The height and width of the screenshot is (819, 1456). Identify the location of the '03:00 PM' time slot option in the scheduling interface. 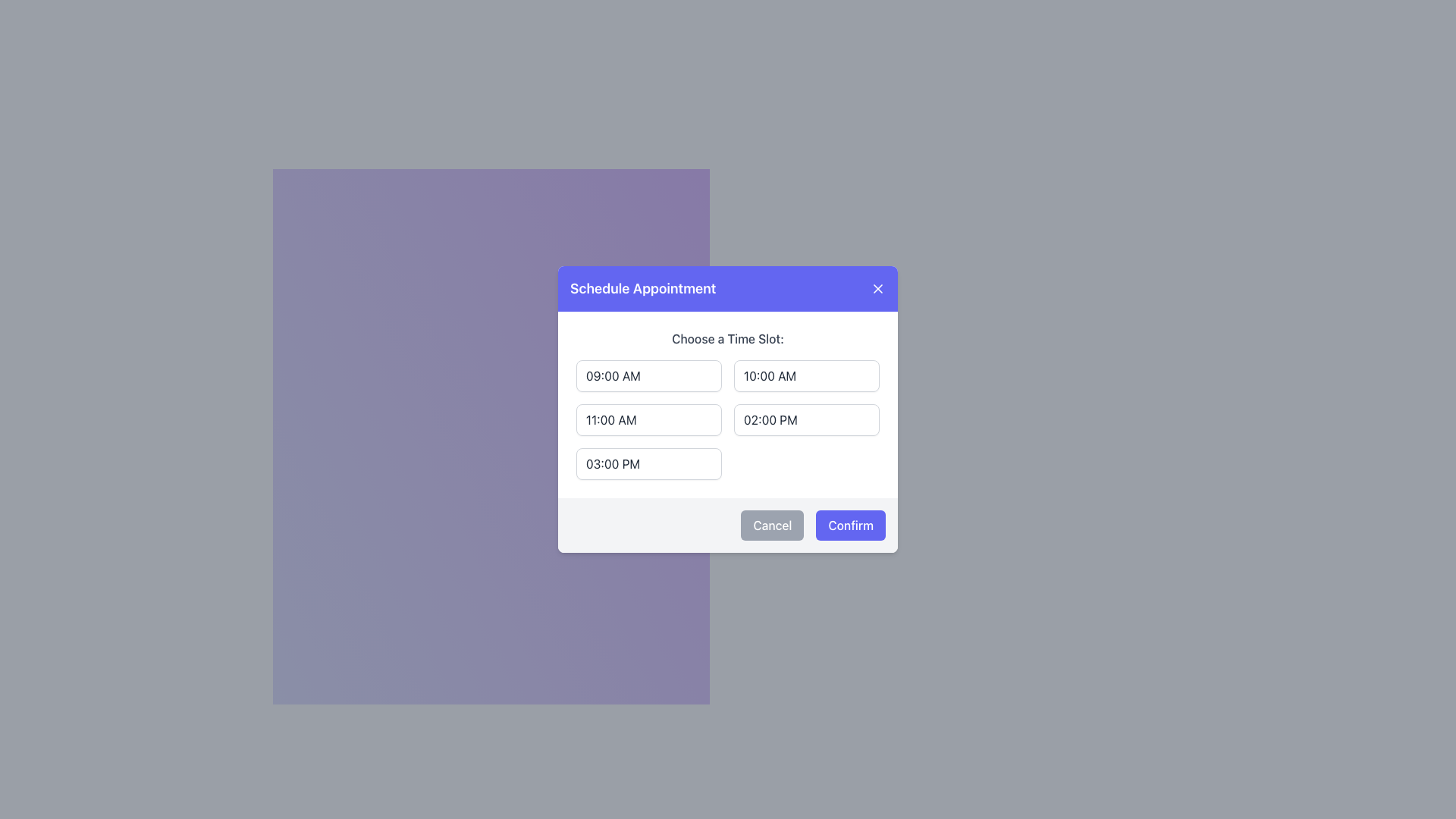
(613, 463).